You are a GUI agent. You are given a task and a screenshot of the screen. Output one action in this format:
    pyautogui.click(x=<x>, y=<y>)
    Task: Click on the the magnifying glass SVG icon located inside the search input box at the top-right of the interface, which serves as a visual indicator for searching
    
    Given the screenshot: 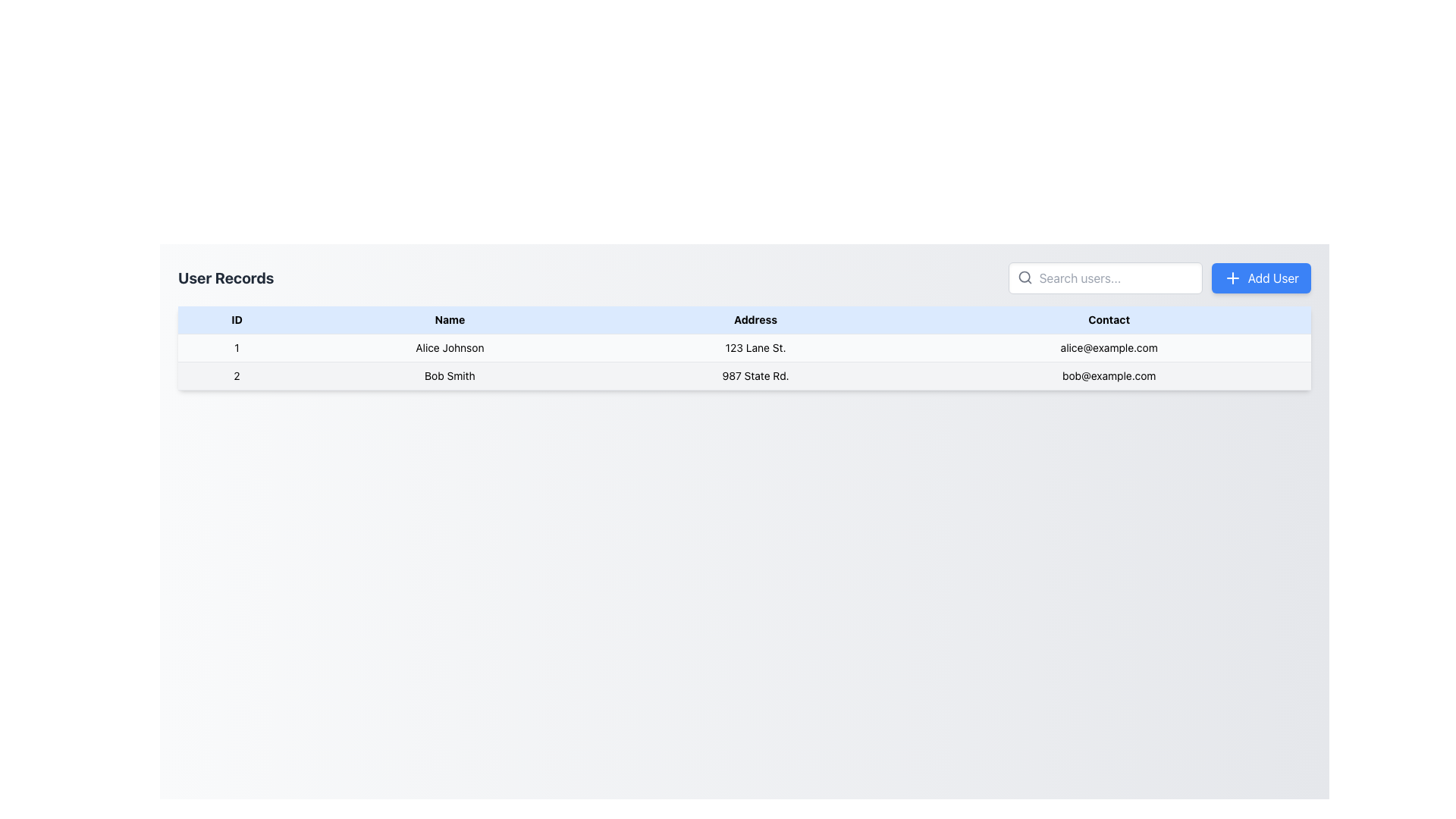 What is the action you would take?
    pyautogui.click(x=1025, y=278)
    